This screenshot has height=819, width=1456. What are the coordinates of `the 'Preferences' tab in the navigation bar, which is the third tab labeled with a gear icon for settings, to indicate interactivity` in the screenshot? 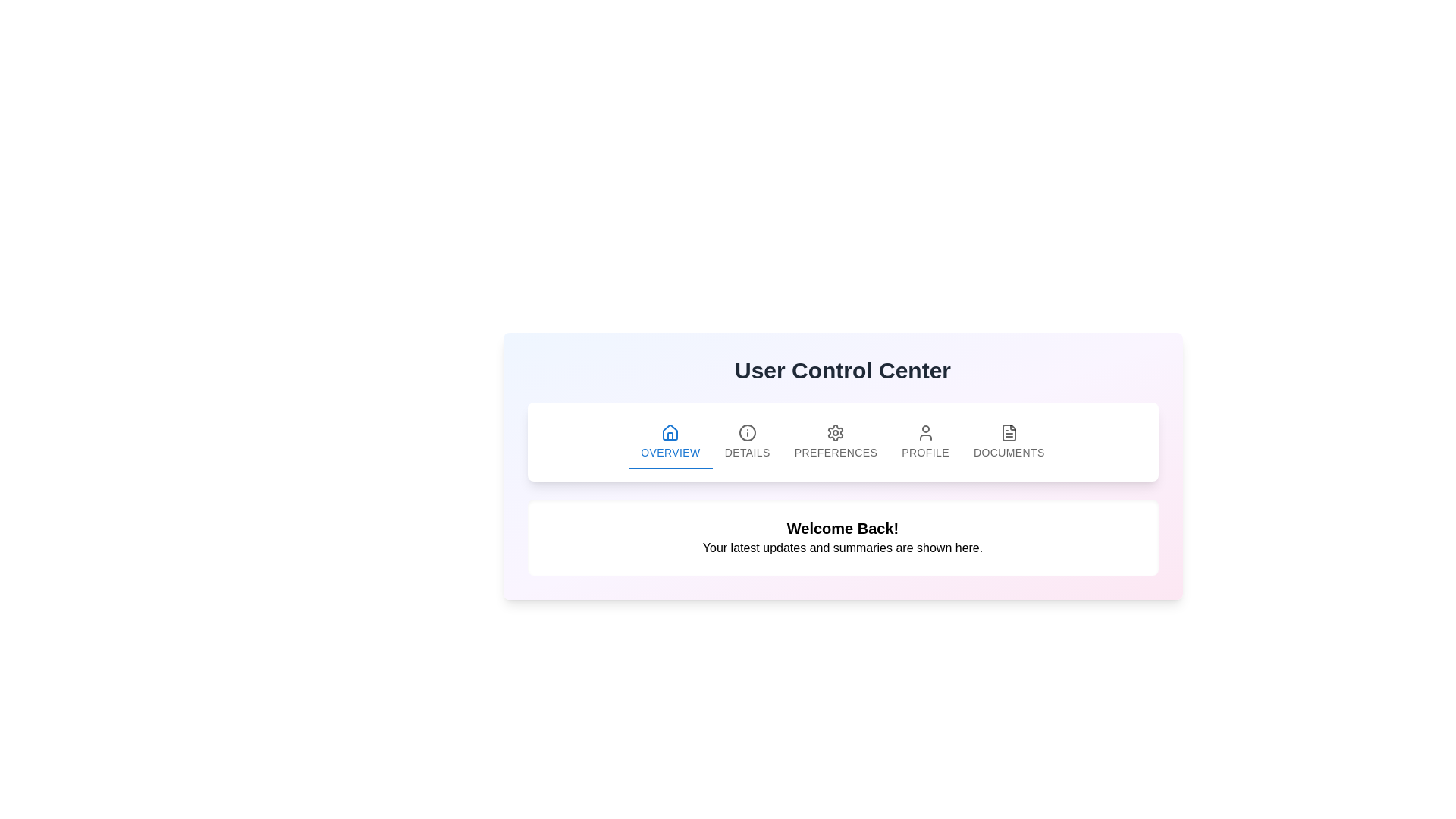 It's located at (842, 441).